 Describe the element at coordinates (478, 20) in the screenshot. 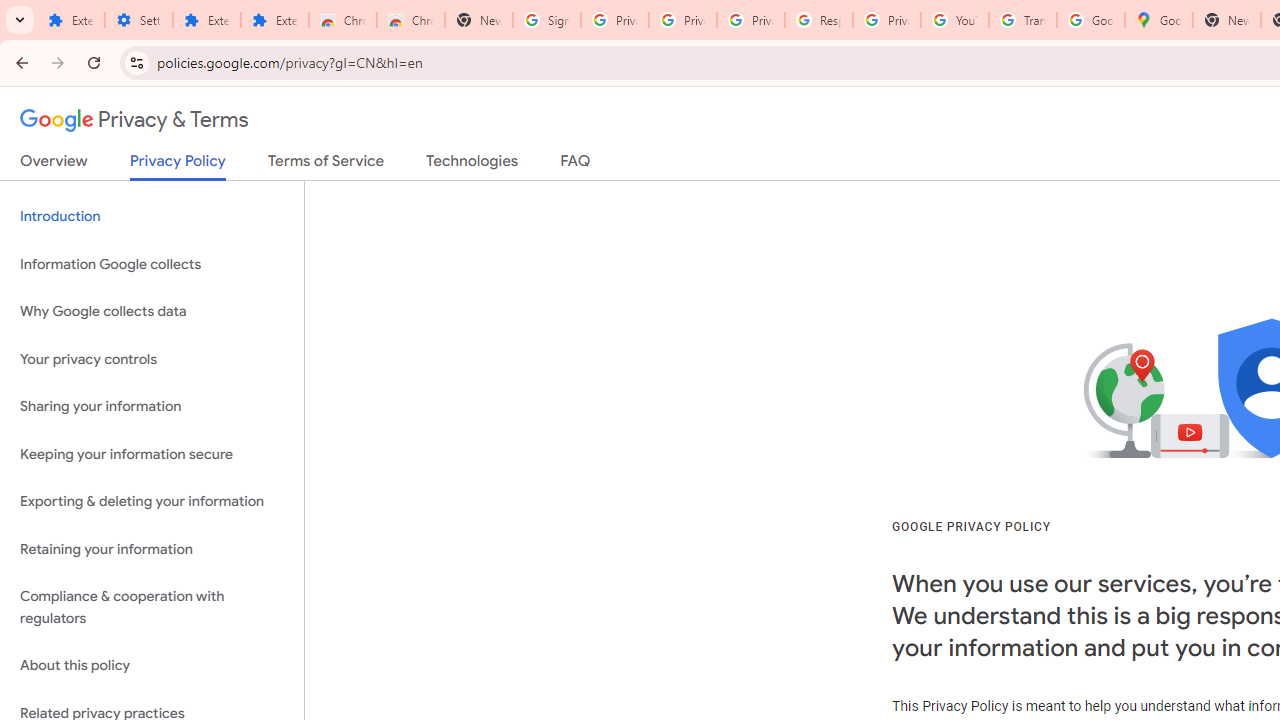

I see `'New Tab'` at that location.